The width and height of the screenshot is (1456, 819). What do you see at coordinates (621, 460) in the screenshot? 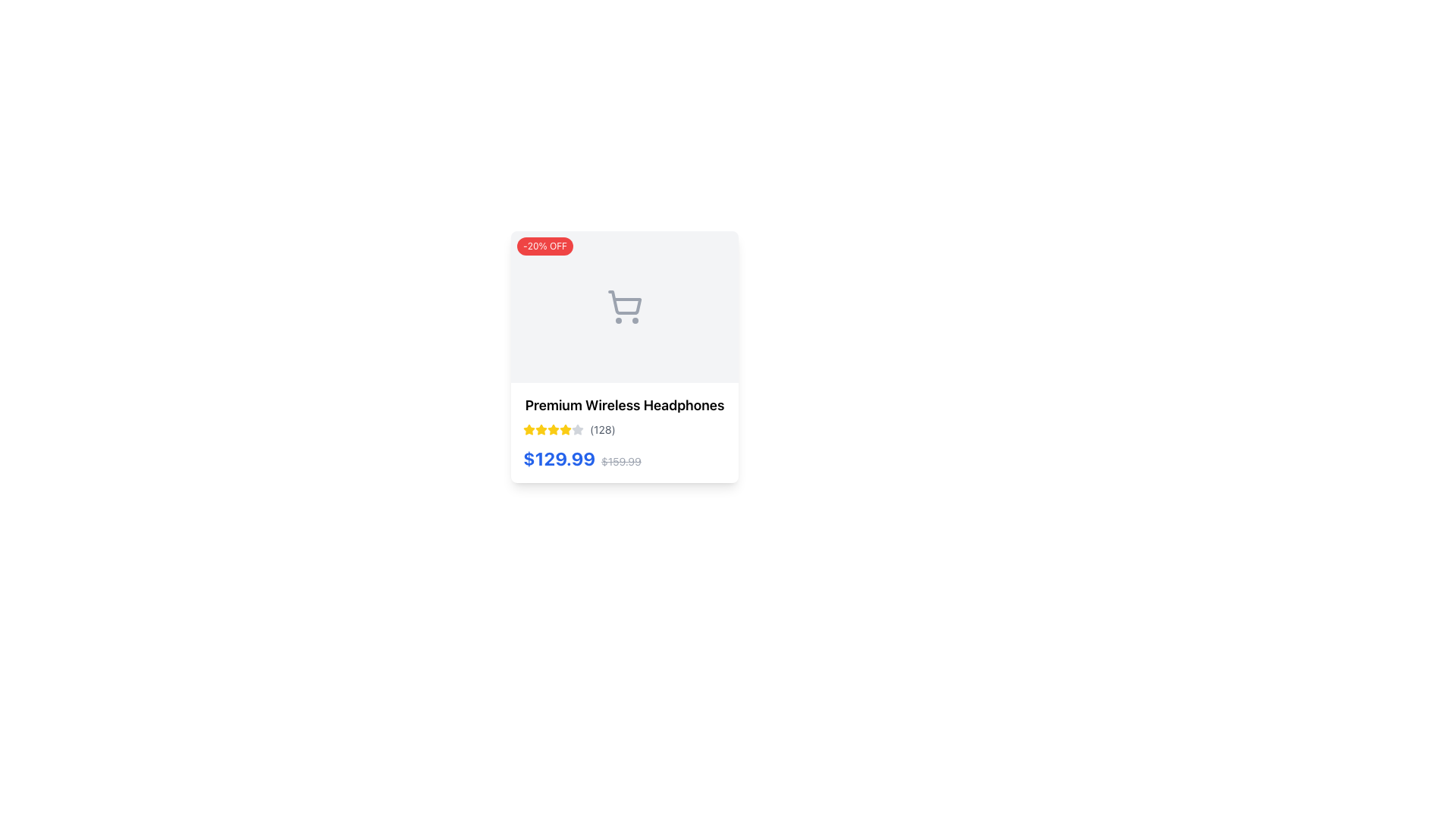
I see `the text label displaying the prior price of '$159.99', which is styled with a line-through effect and located to the right of the discounted price label '$129.99'` at bounding box center [621, 460].